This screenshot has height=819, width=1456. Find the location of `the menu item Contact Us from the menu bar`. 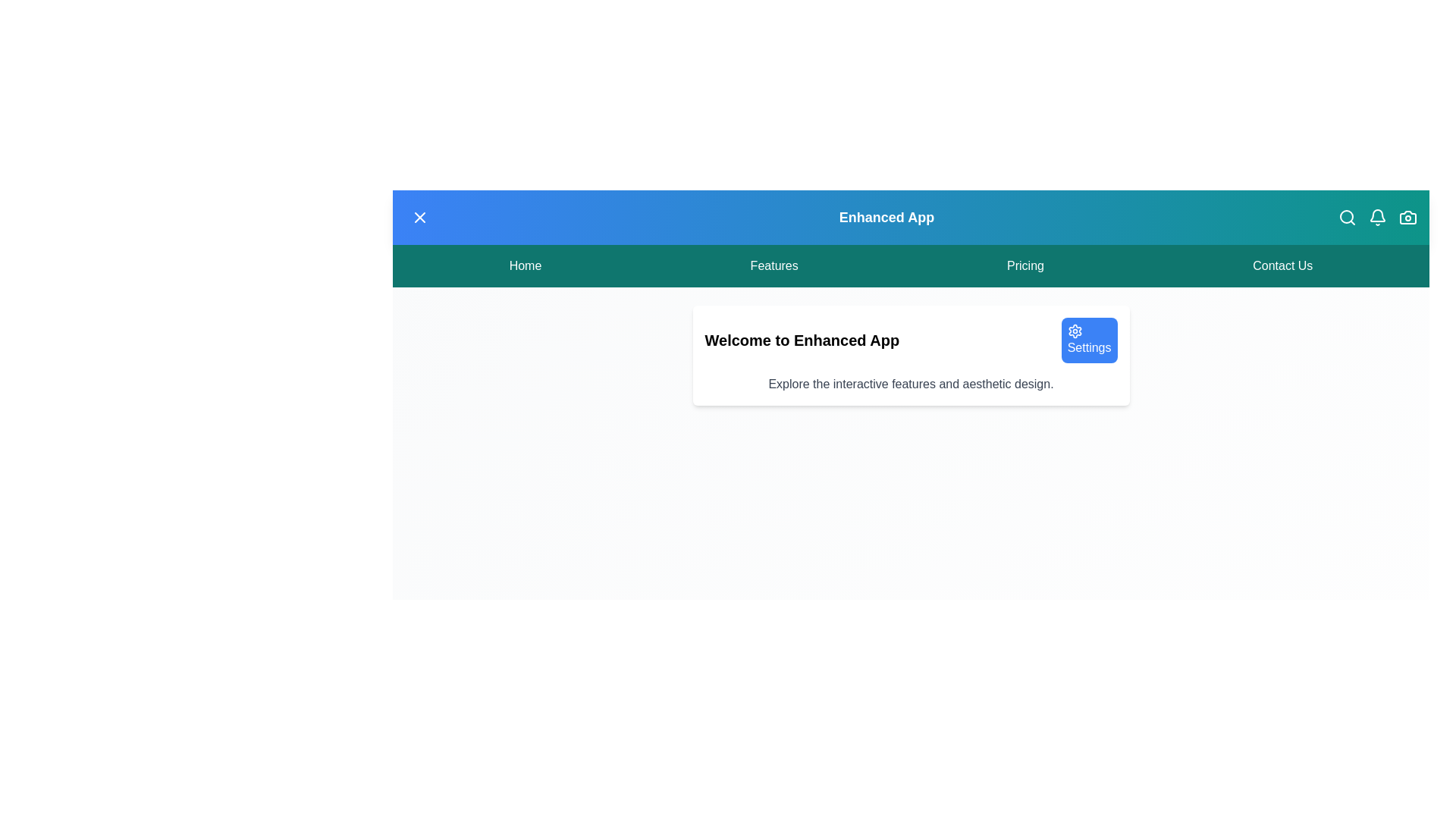

the menu item Contact Us from the menu bar is located at coordinates (1282, 265).